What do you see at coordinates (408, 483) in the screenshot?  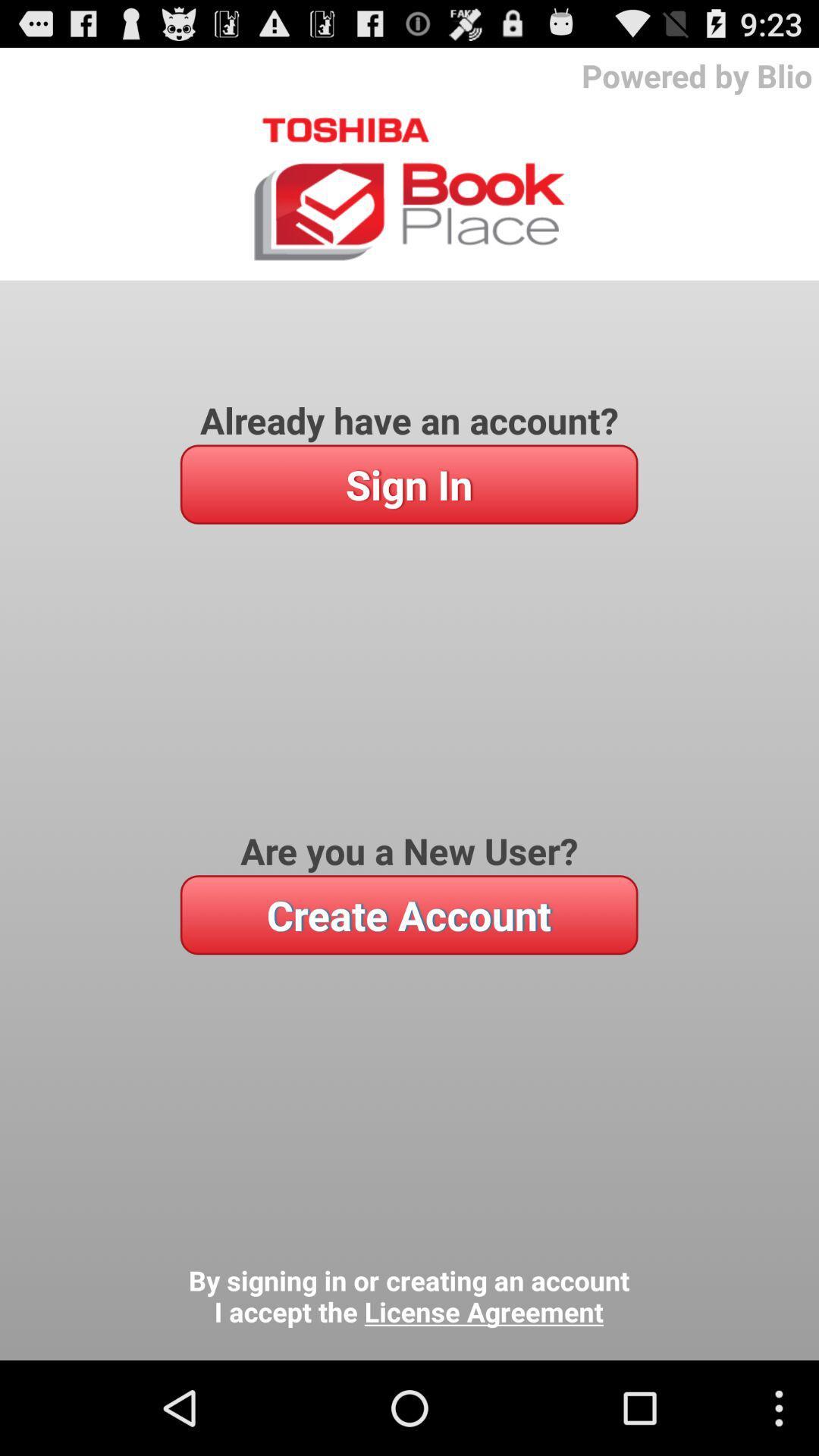 I see `the sign in item` at bounding box center [408, 483].